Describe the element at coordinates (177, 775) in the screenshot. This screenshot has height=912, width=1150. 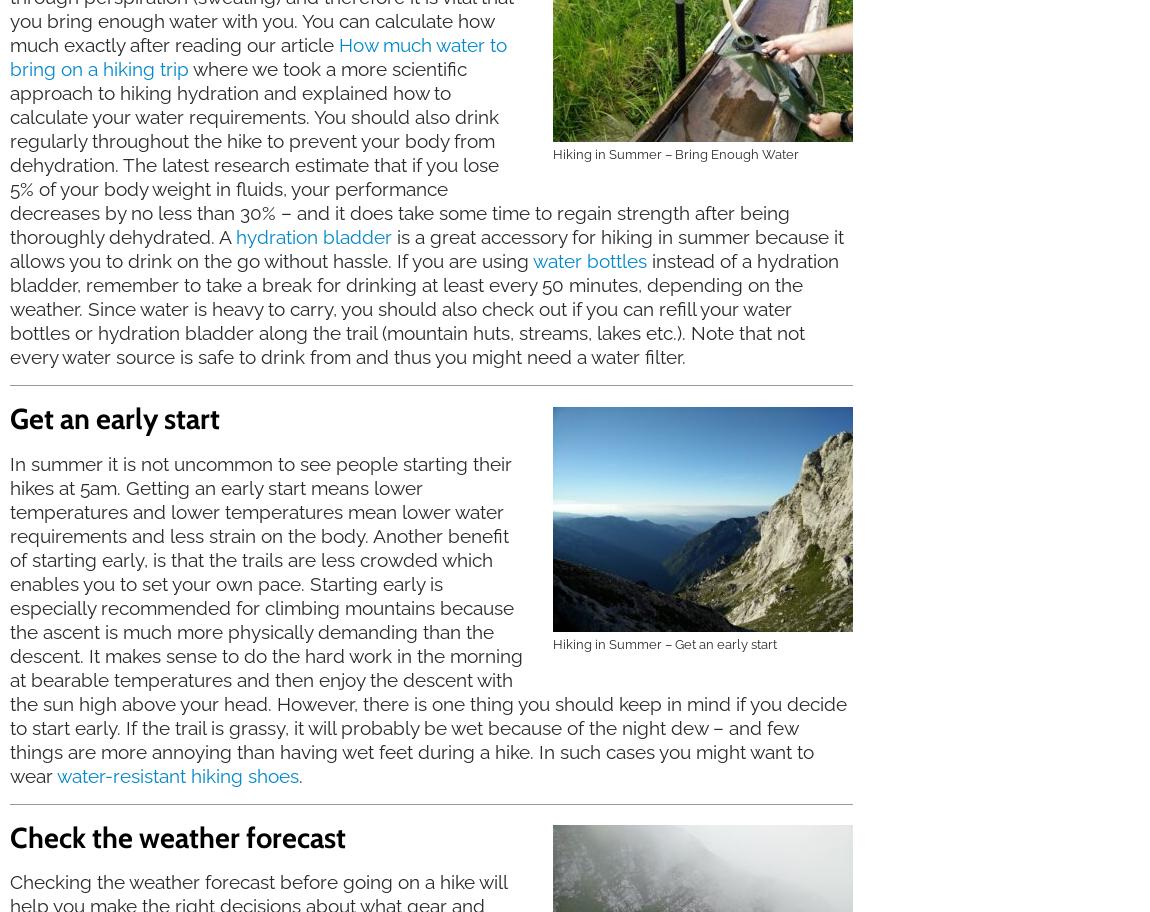
I see `'water-resistant hiking shoes'` at that location.